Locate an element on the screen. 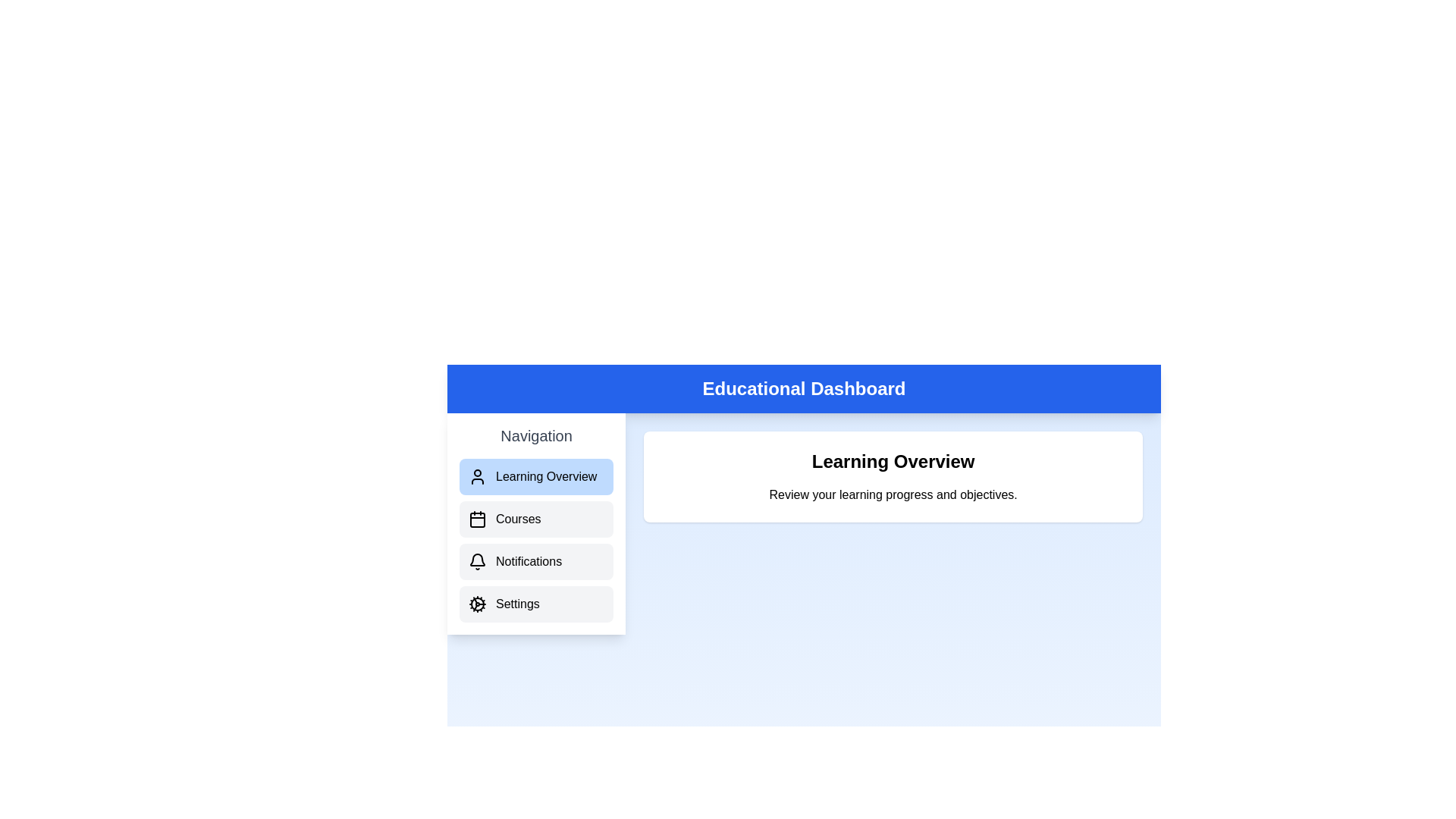 Image resolution: width=1456 pixels, height=819 pixels. the sidebar option corresponding to Learning Overview to navigate to that section is located at coordinates (536, 475).